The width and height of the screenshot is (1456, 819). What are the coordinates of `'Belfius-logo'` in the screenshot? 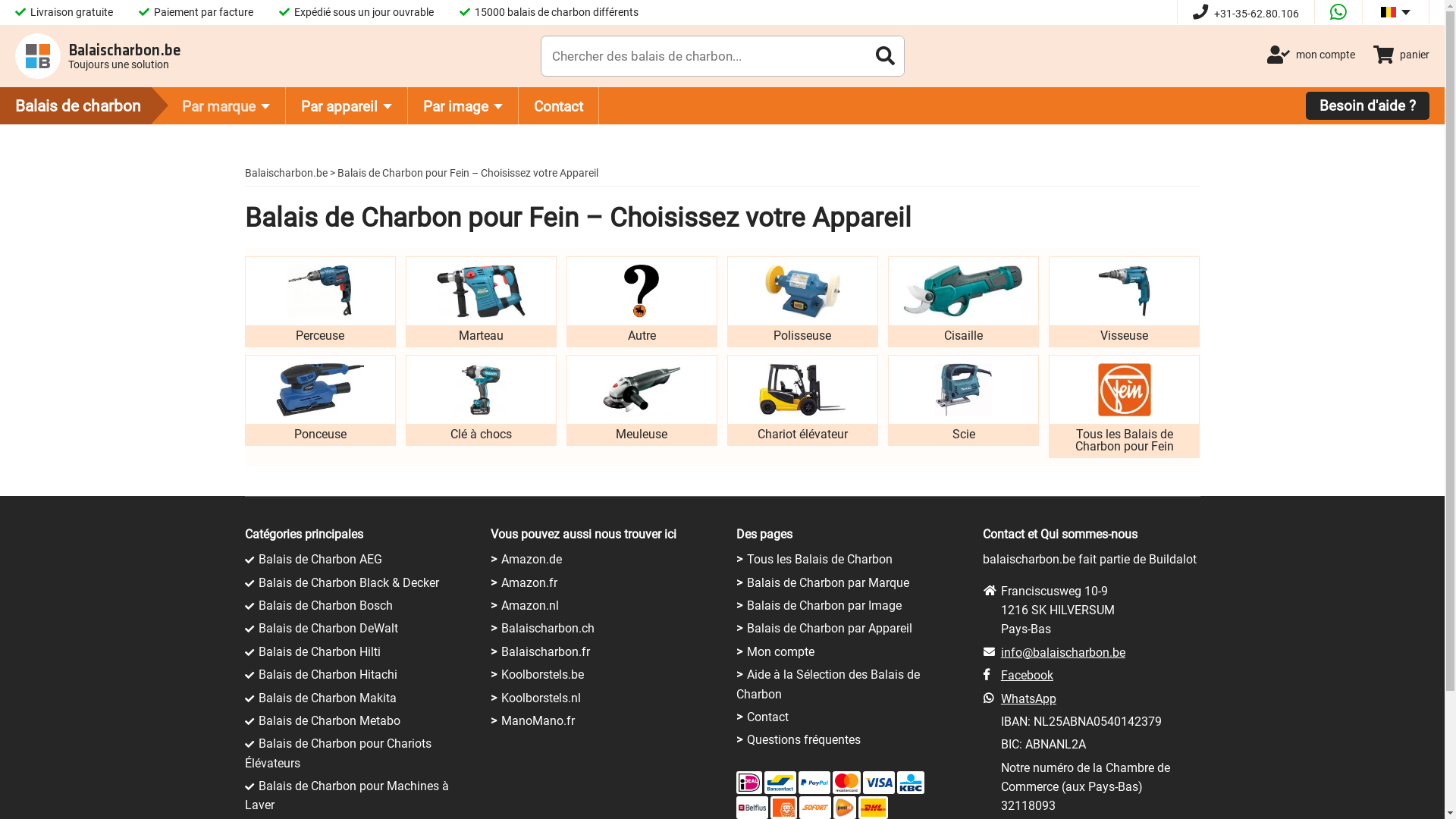 It's located at (752, 806).